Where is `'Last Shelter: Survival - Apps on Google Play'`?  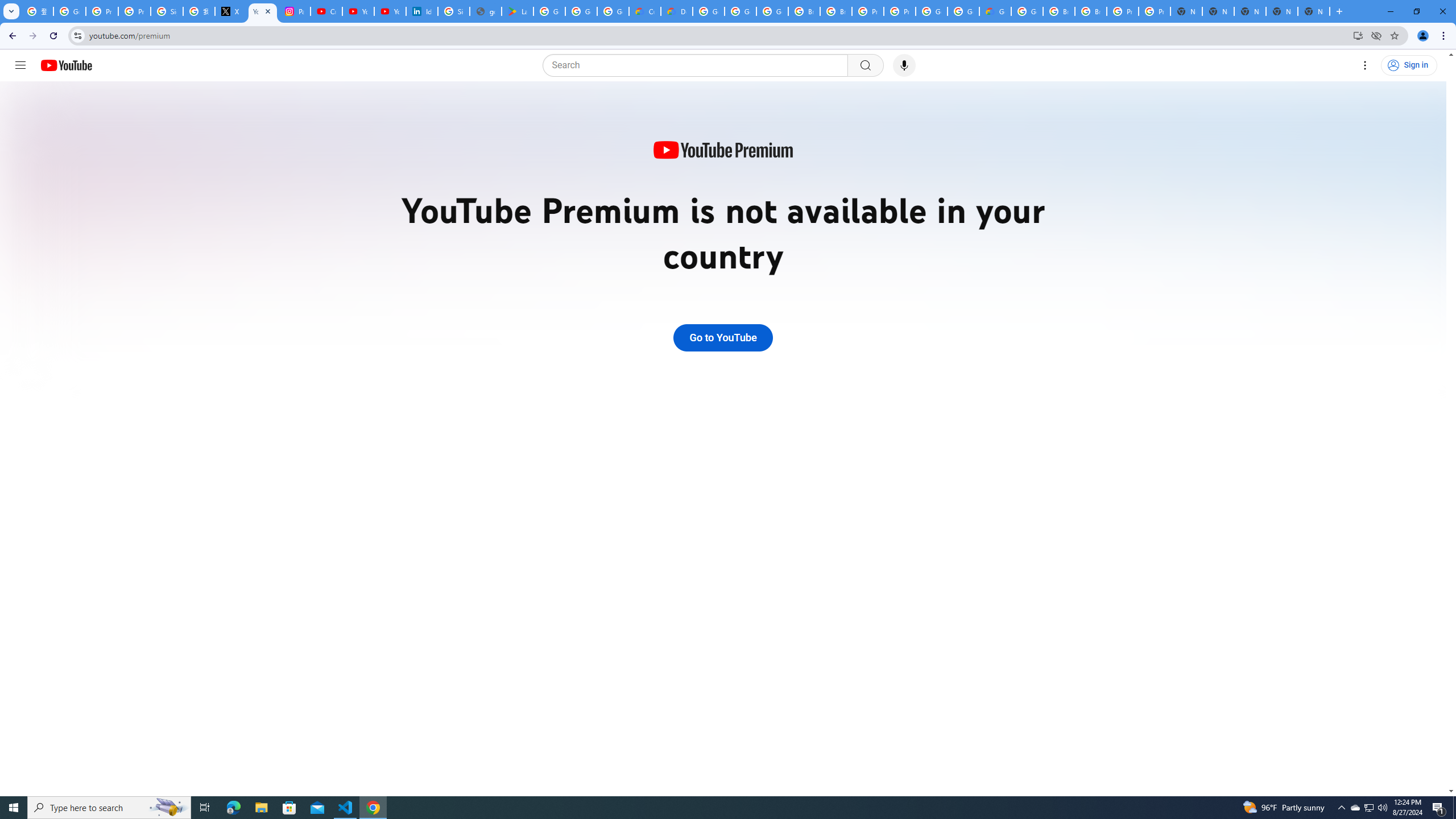
'Last Shelter: Survival - Apps on Google Play' is located at coordinates (517, 11).